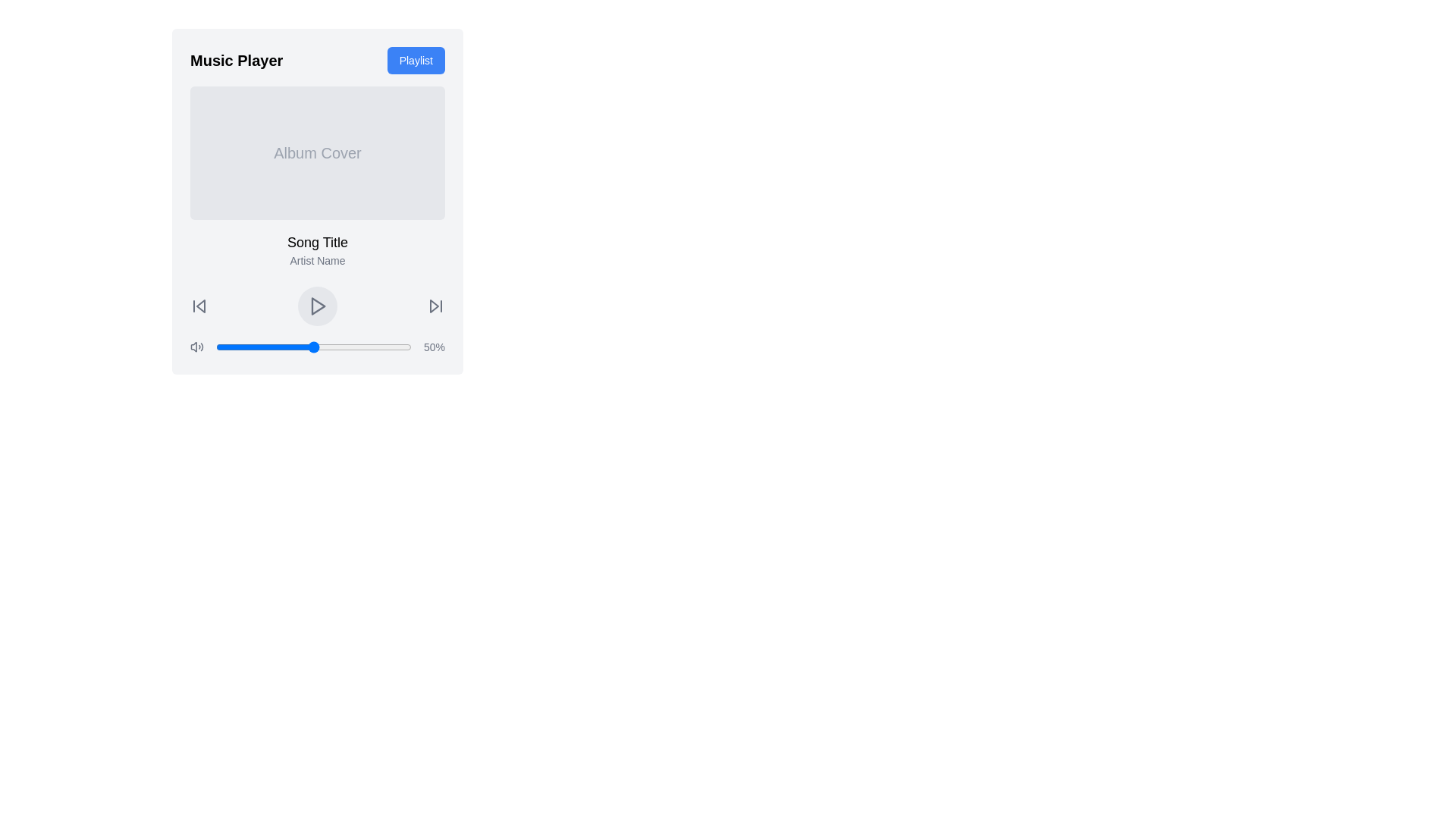  What do you see at coordinates (313, 347) in the screenshot?
I see `the slider control located between the speaker icon and the '50%' label` at bounding box center [313, 347].